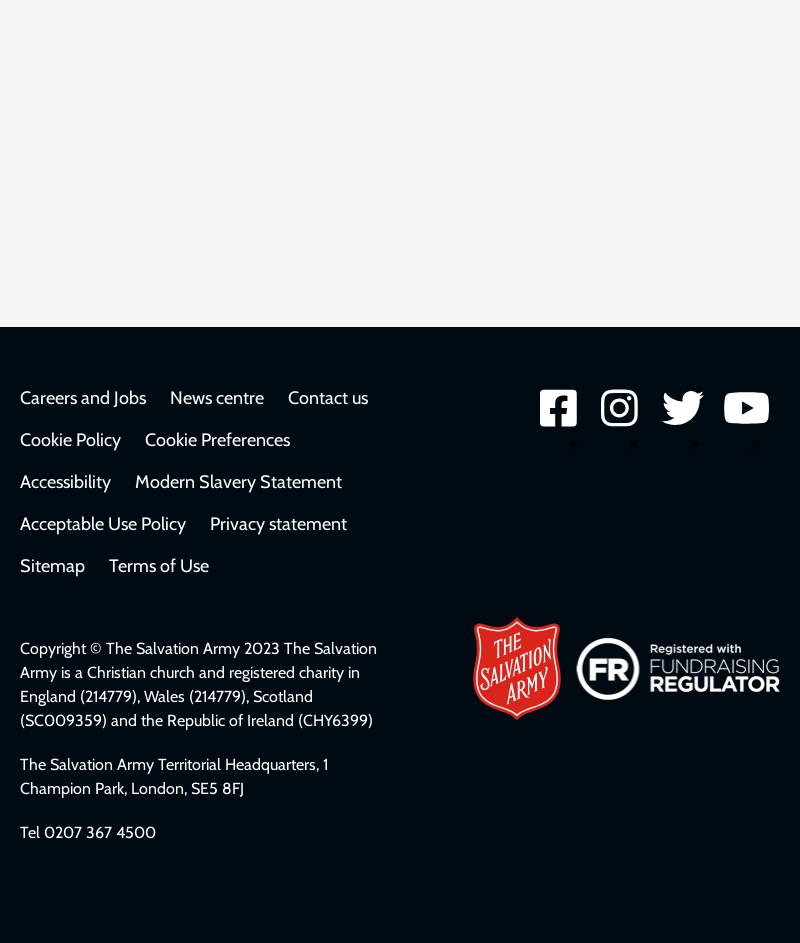 This screenshot has height=943, width=800. I want to click on 'Copyright © The Salvation Army 2023 The Salvation Army is a Christian church and registered charity in England (214779), Wales (214779), Scotland (SC009359) and the Republic of Ireland (CHY6399)', so click(20, 683).